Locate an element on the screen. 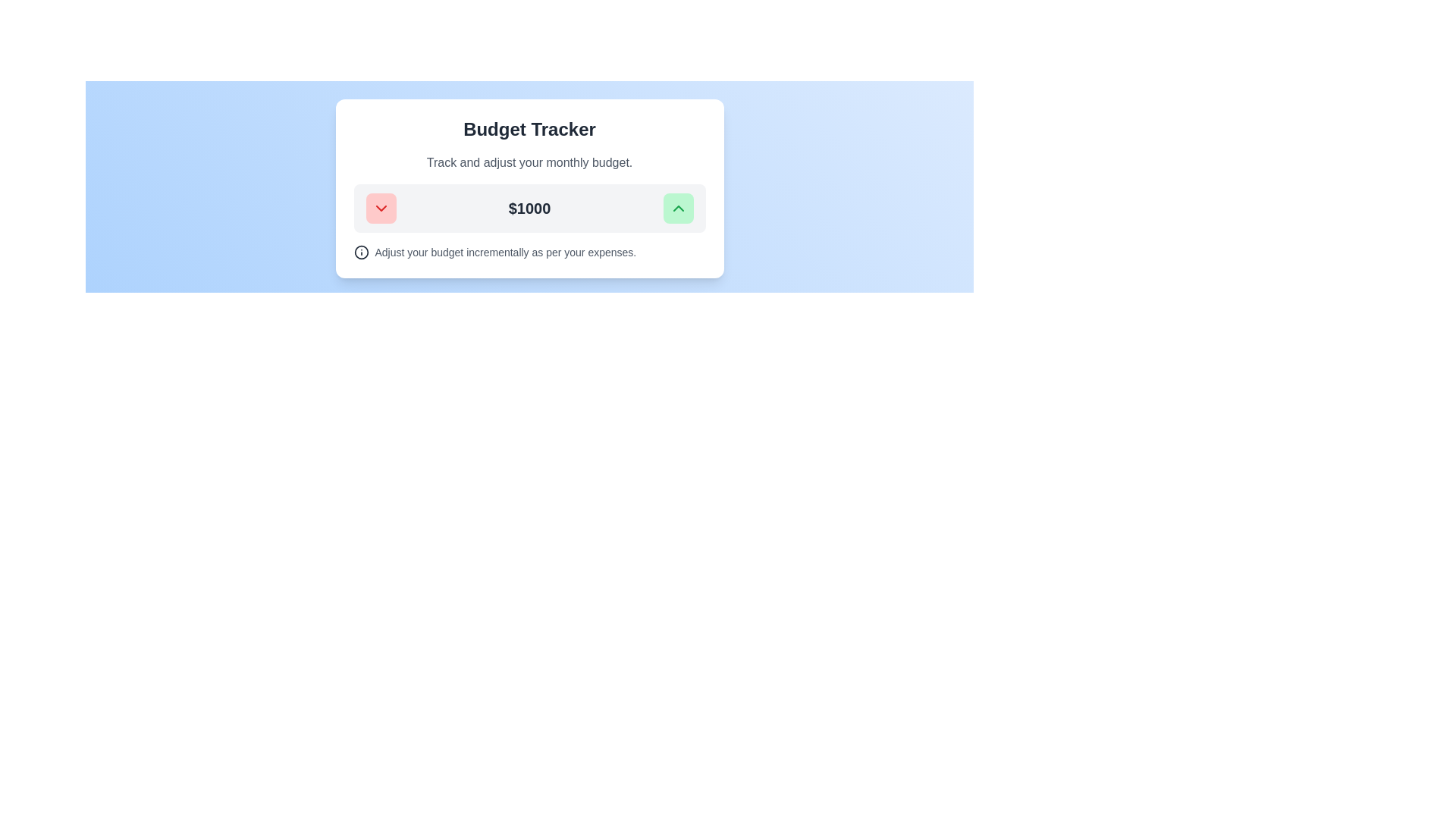 This screenshot has width=1456, height=819. the budget increase button located at the far right of the '$1000' budget adjustment row is located at coordinates (677, 208).